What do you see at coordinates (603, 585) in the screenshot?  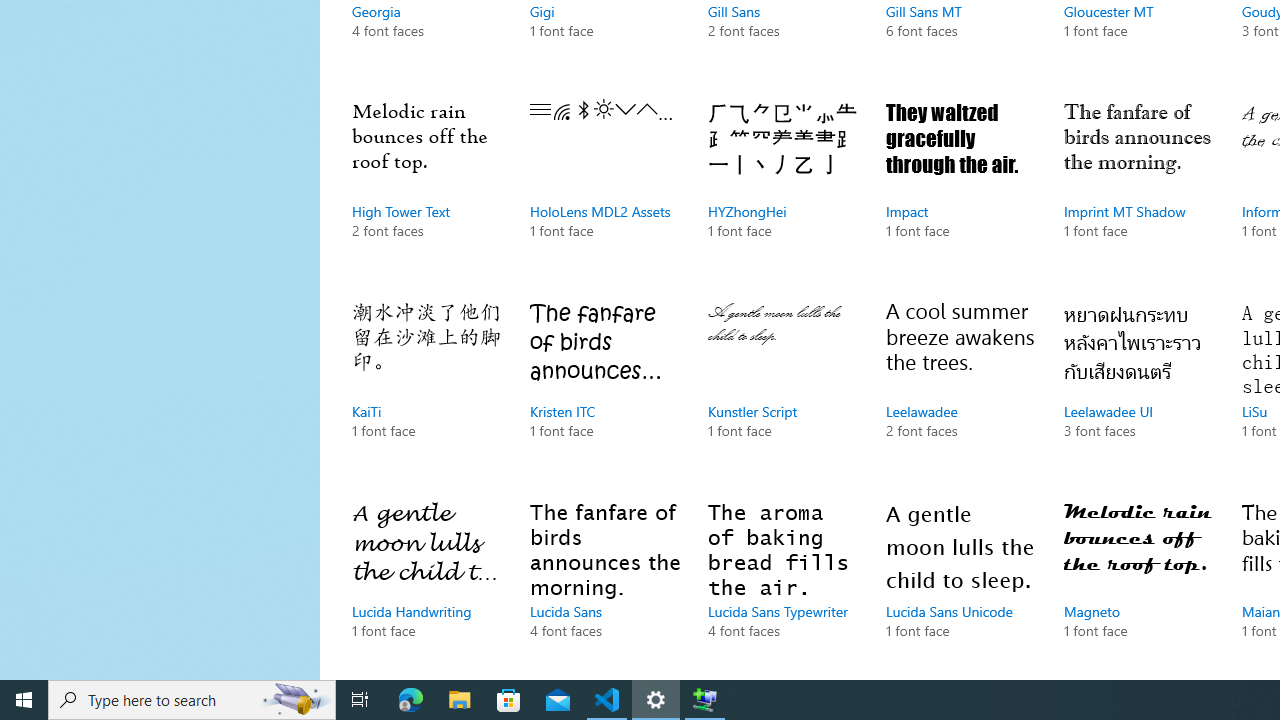 I see `'Lucida Sans, 4 font faces'` at bounding box center [603, 585].